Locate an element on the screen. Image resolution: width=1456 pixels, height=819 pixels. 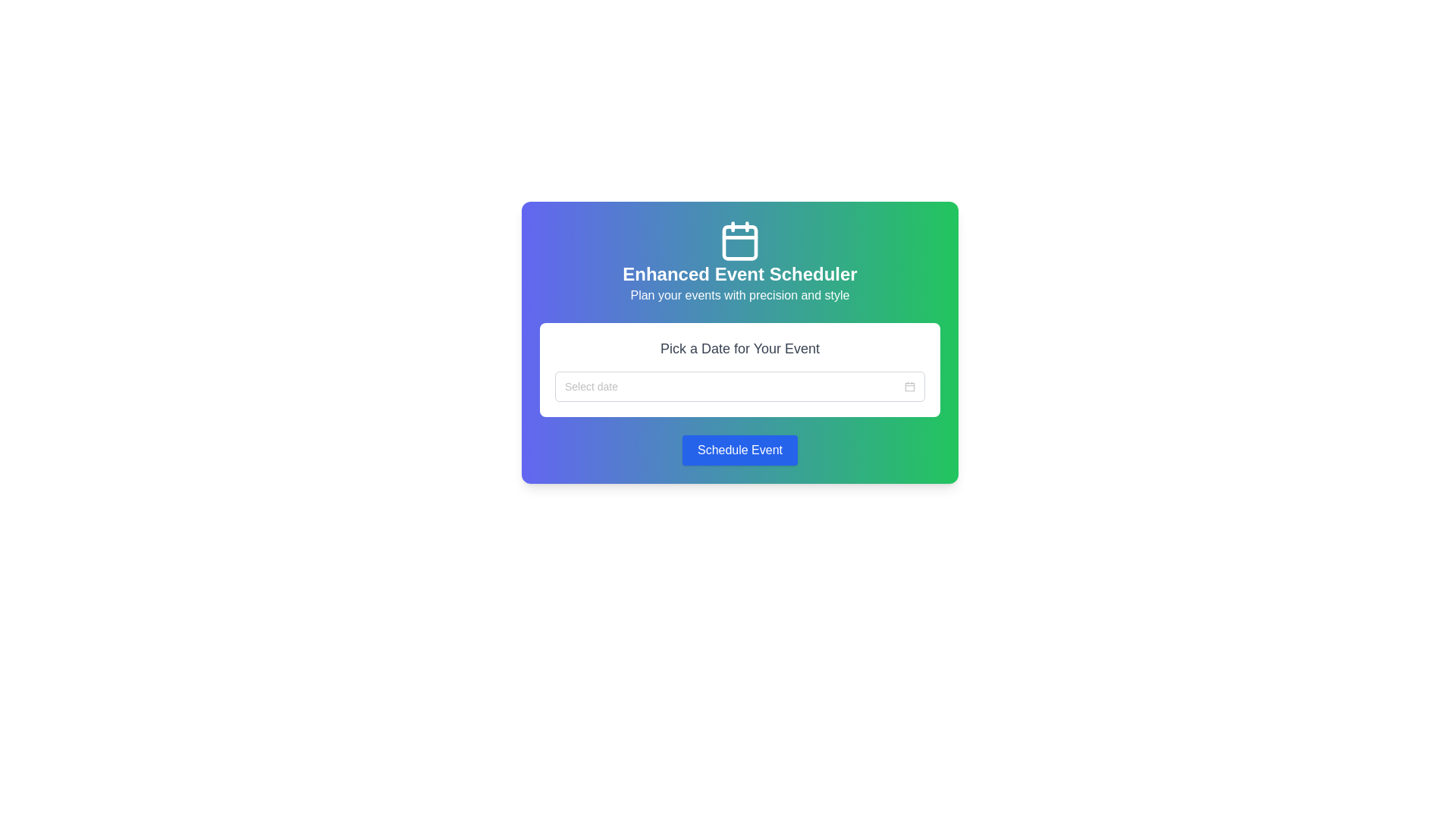
the text element reading 'Plan your events with precision and style', which is centrally aligned below the header 'Enhanced Event Scheduler' is located at coordinates (739, 295).